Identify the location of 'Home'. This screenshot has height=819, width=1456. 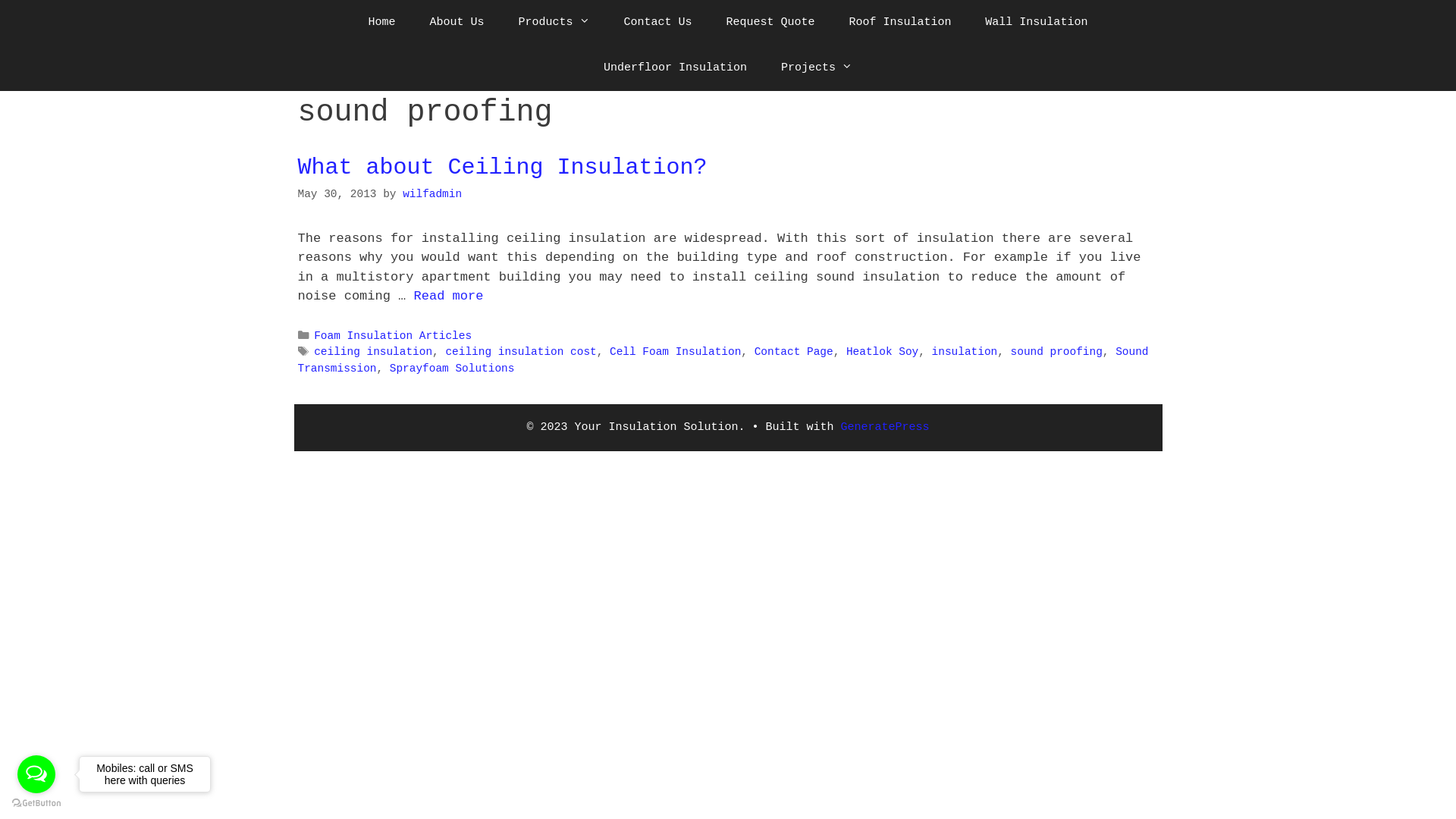
(382, 23).